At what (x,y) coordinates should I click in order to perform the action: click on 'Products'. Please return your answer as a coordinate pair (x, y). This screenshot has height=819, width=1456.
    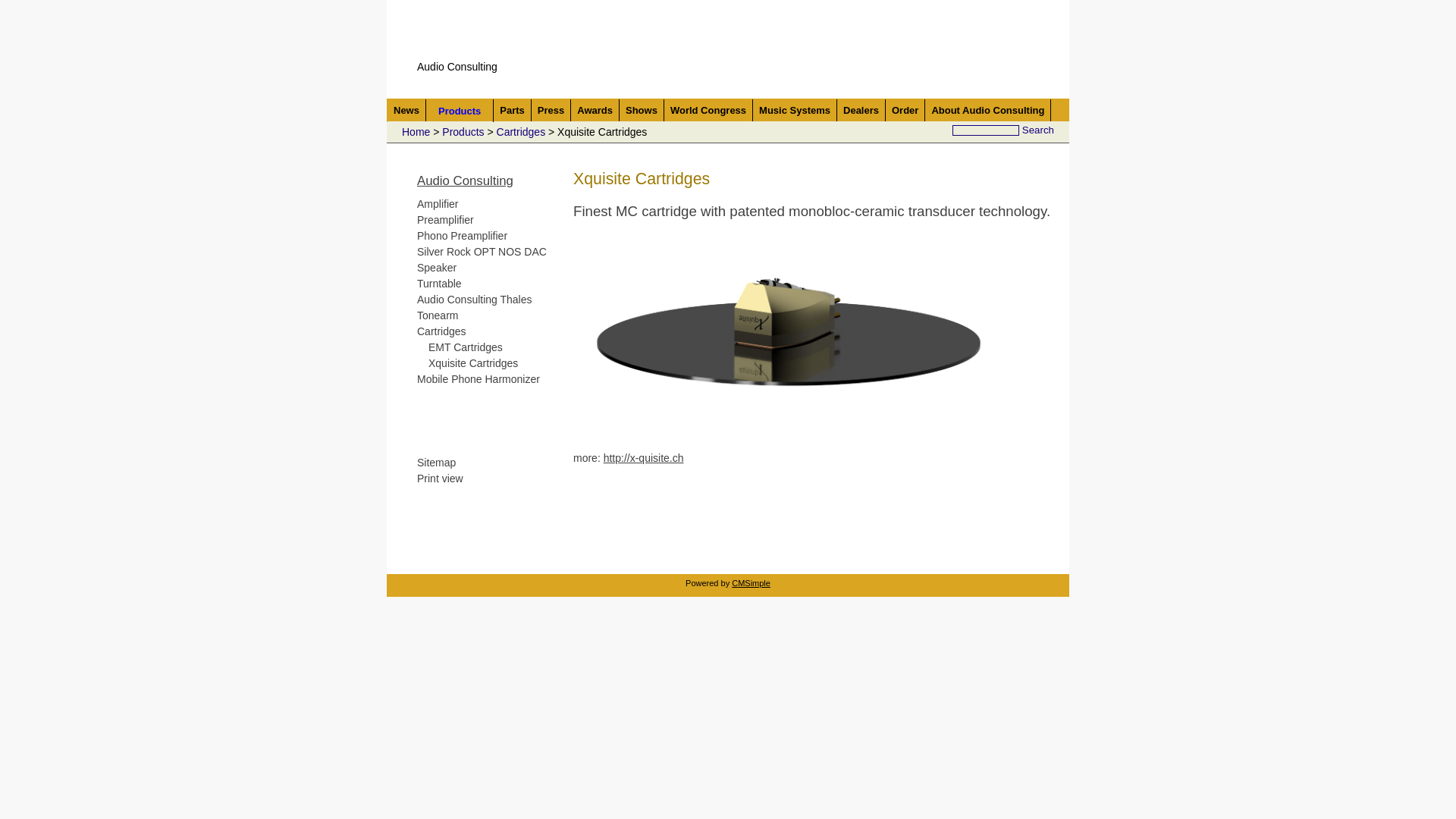
    Looking at the image, I should click on (462, 130).